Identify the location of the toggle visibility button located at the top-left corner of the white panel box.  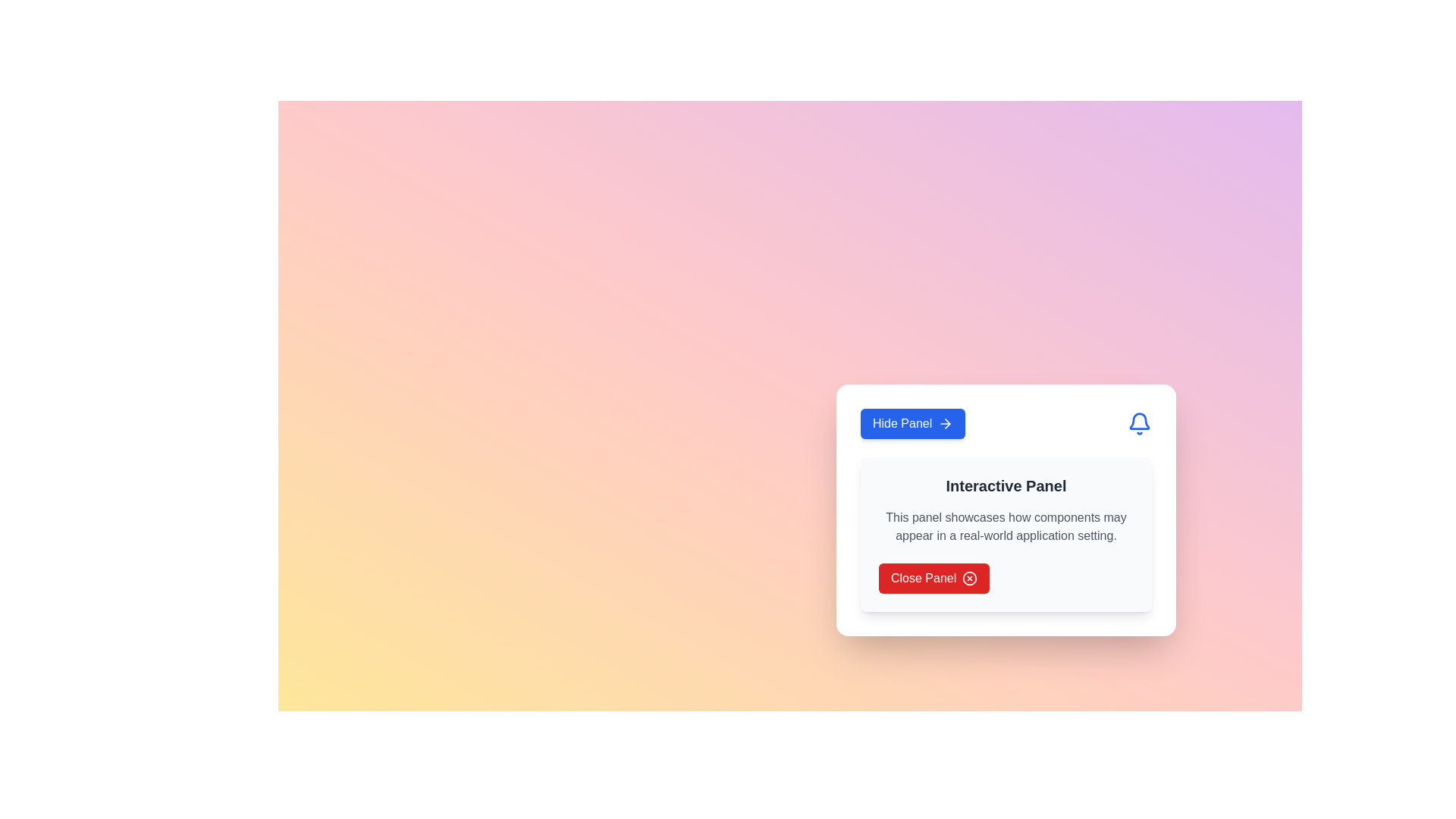
(912, 424).